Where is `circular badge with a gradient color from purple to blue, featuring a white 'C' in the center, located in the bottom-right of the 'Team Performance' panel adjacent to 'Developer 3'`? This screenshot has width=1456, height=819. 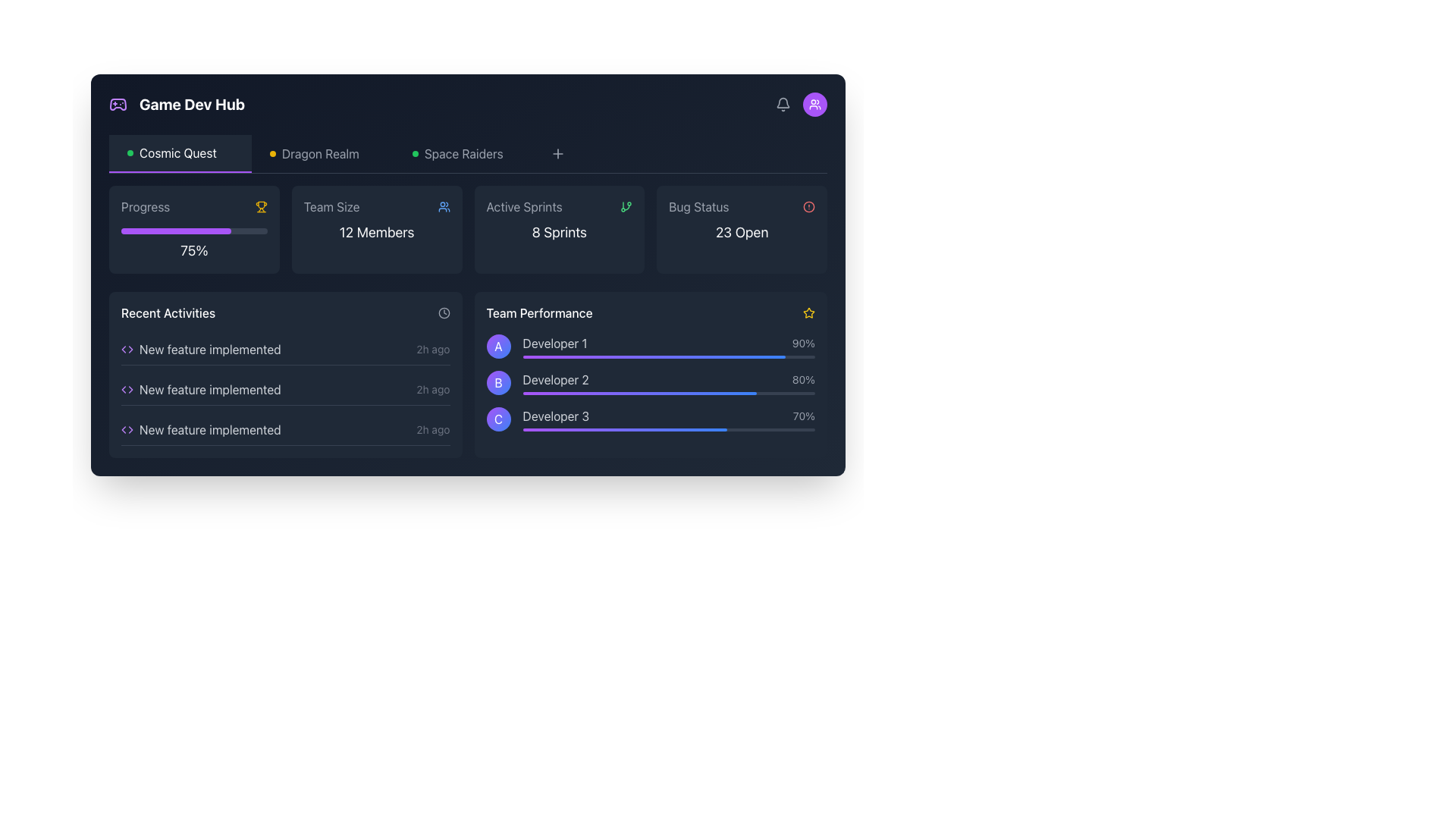
circular badge with a gradient color from purple to blue, featuring a white 'C' in the center, located in the bottom-right of the 'Team Performance' panel adjacent to 'Developer 3' is located at coordinates (498, 419).